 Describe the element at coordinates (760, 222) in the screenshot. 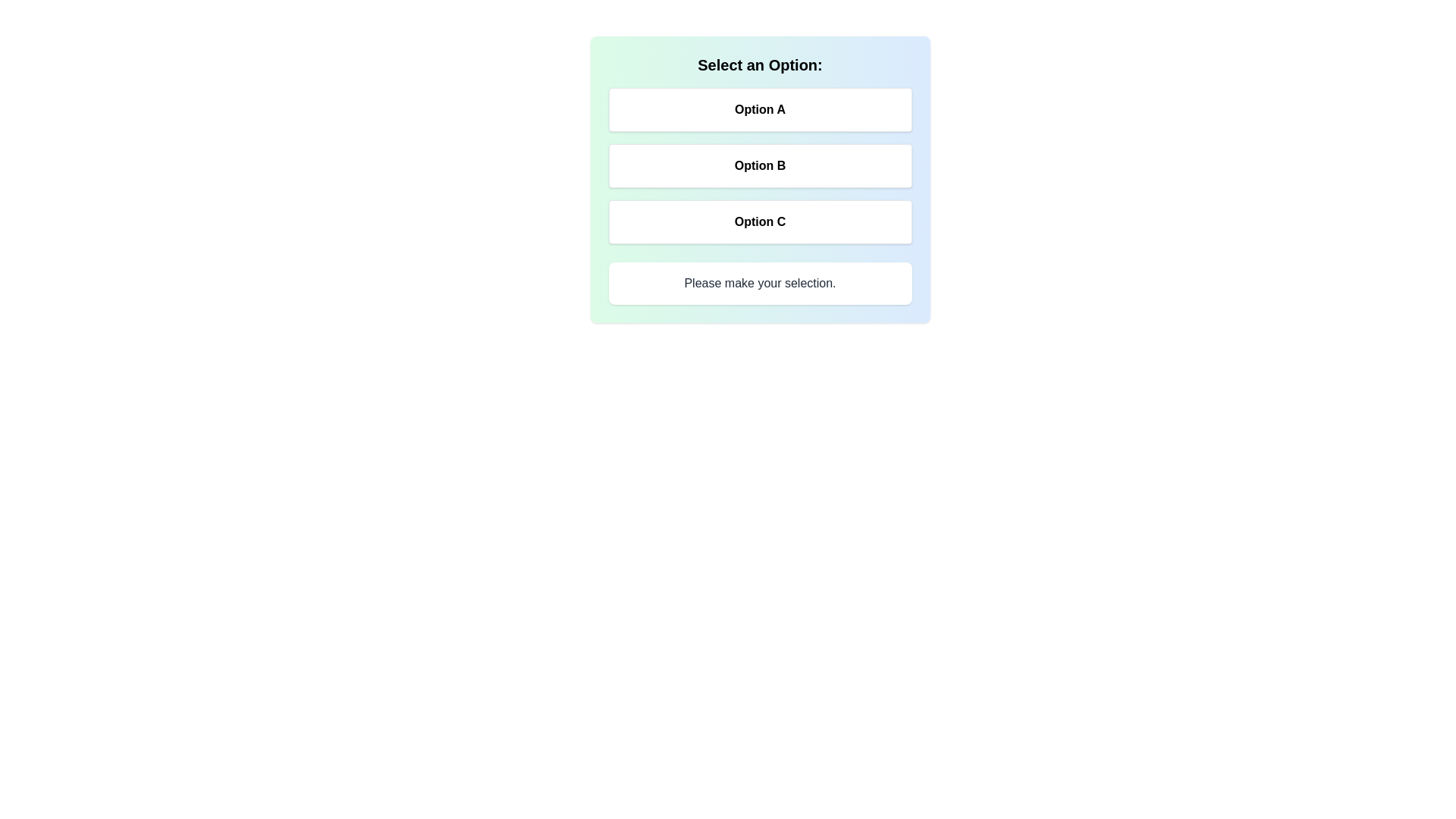

I see `the button-like clickable box` at that location.